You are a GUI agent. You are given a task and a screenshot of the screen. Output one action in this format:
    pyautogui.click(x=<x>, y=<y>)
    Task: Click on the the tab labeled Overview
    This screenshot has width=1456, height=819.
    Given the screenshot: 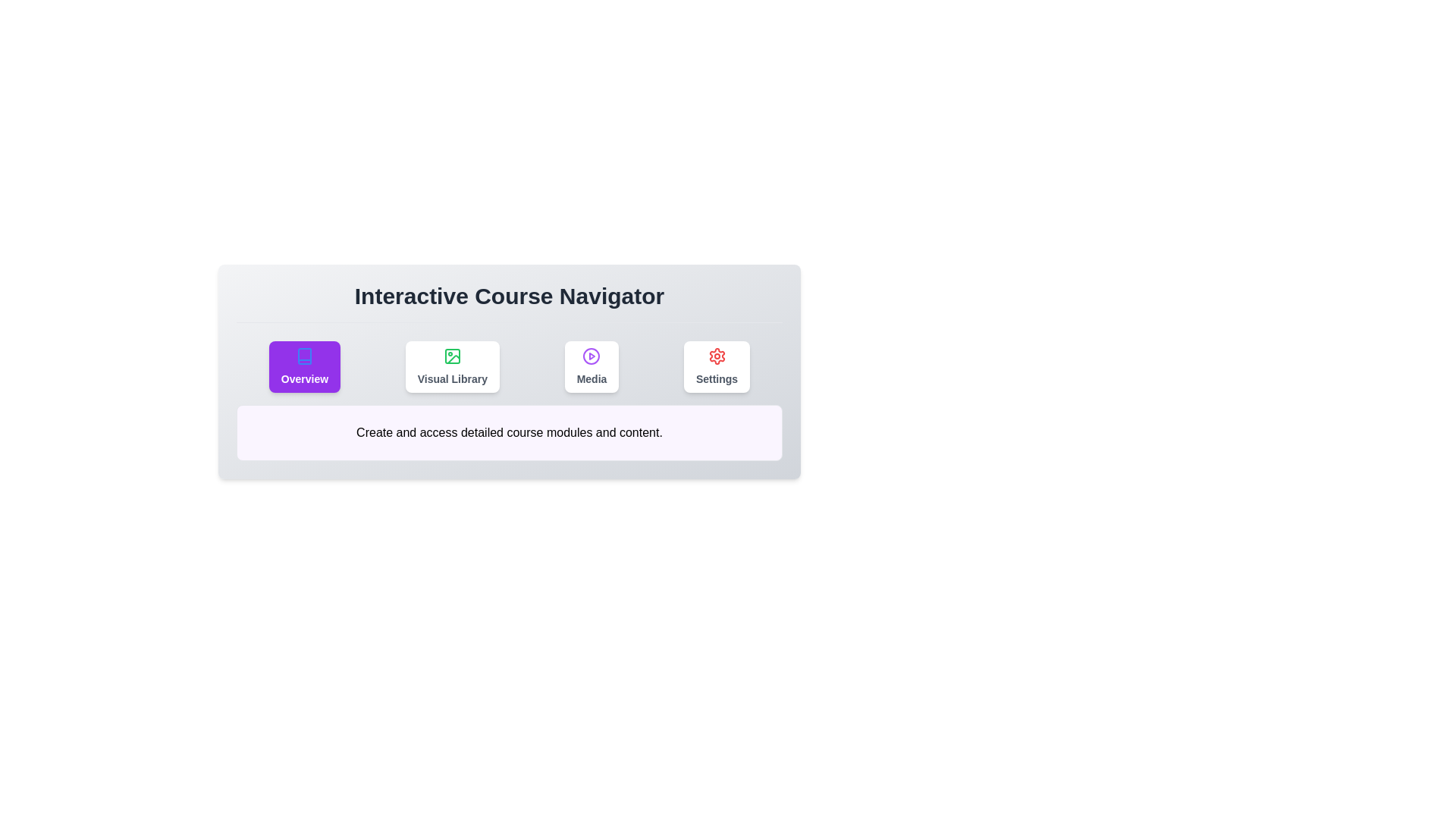 What is the action you would take?
    pyautogui.click(x=303, y=366)
    